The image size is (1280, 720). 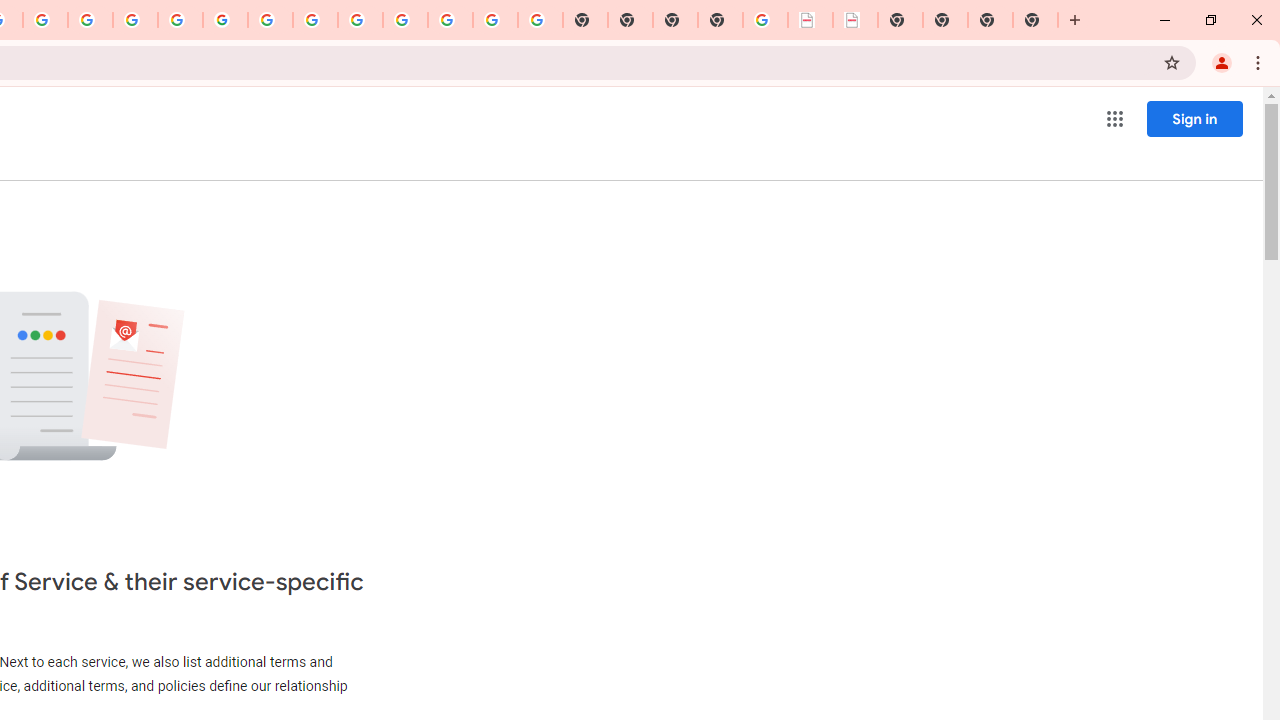 I want to click on 'New Tab', so click(x=720, y=20).